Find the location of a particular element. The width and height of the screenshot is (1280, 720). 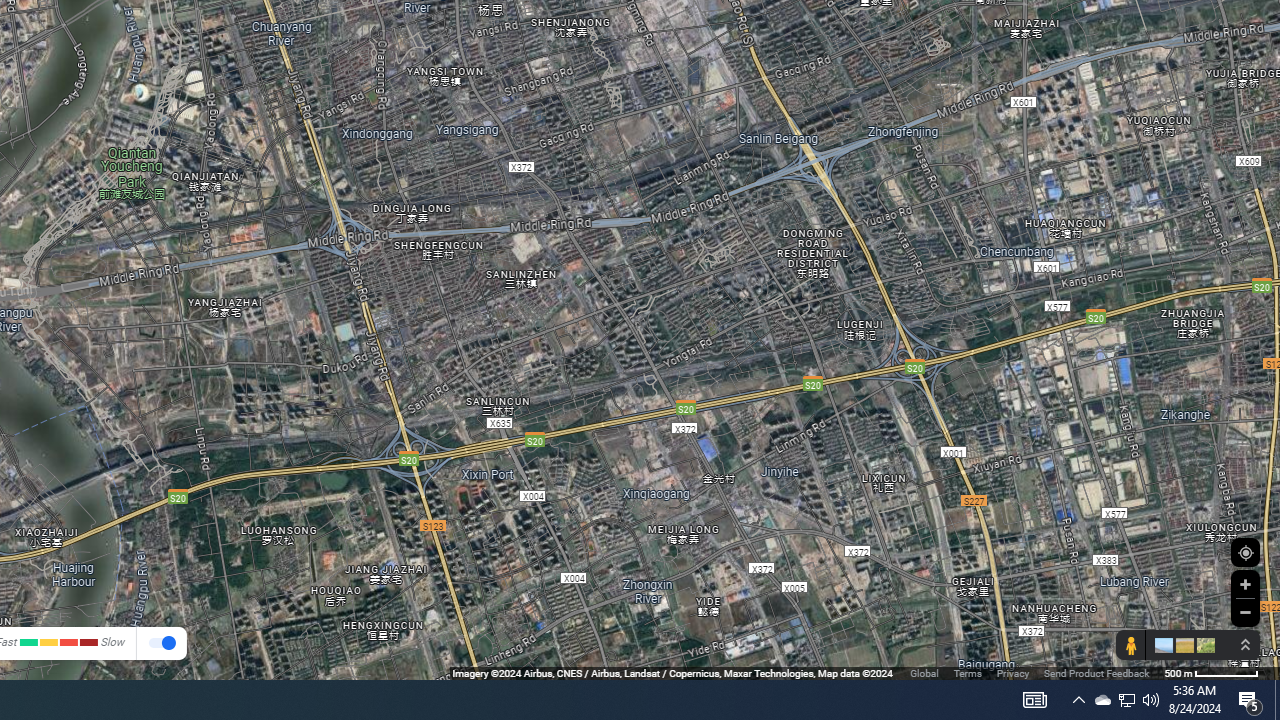

'Send Product Feedback' is located at coordinates (1095, 673).